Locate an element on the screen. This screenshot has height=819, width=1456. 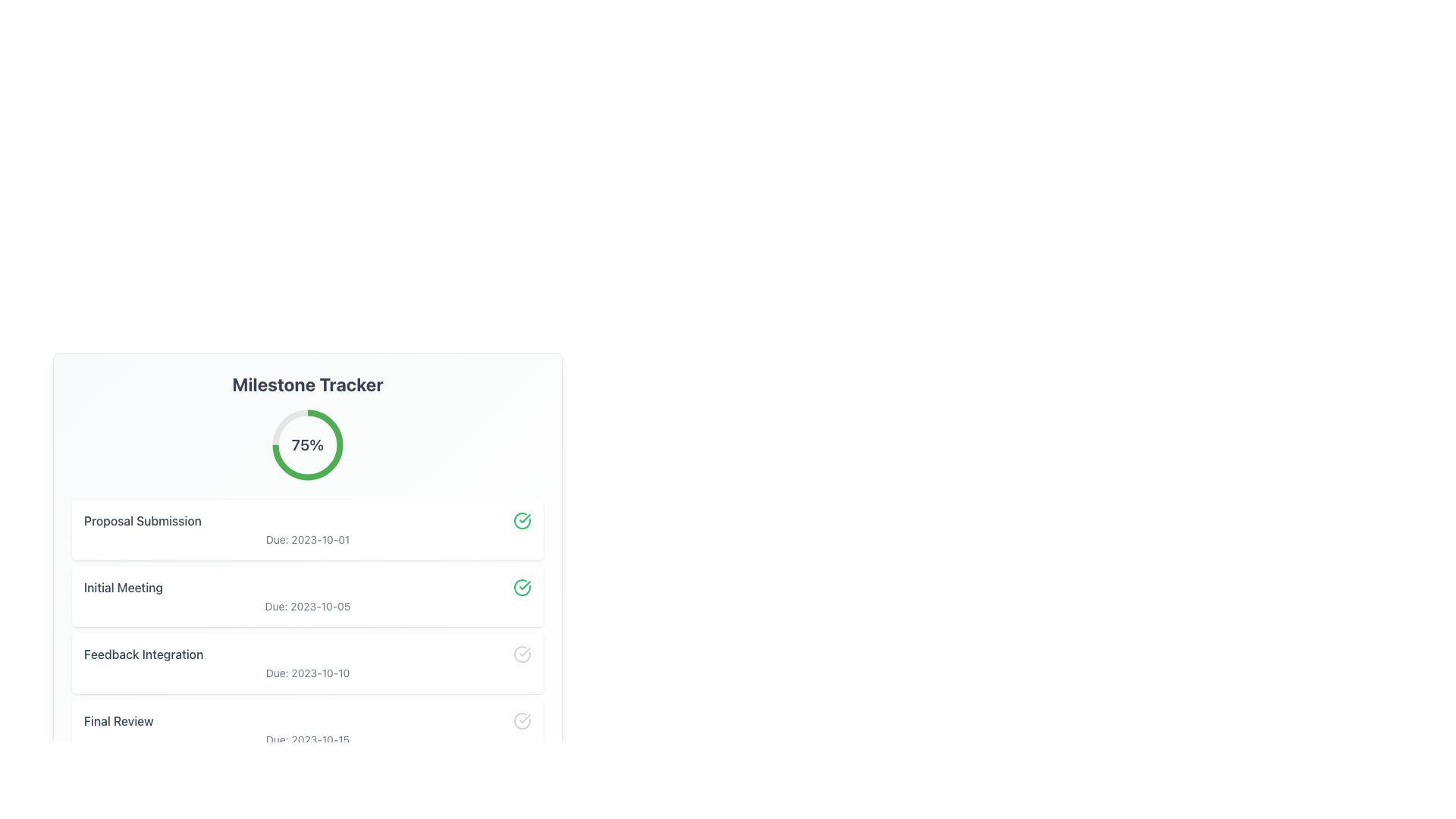
the second checkmark icon indicating the successful completion of the 'Initial Meeting' milestone is located at coordinates (525, 584).